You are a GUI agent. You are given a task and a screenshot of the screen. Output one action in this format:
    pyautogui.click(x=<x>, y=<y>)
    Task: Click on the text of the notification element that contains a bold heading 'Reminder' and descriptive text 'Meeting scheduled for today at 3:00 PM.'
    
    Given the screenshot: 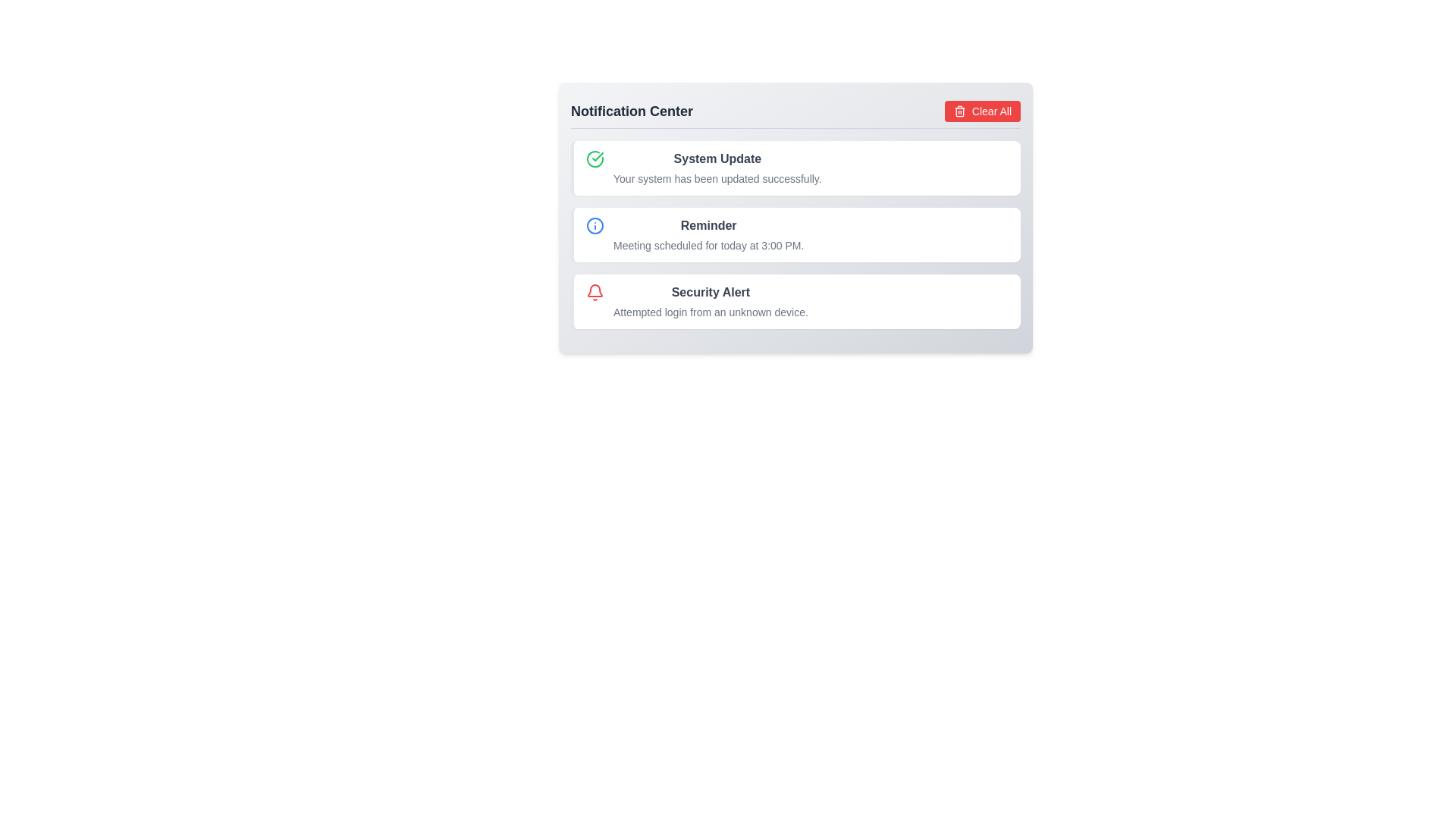 What is the action you would take?
    pyautogui.click(x=708, y=234)
    